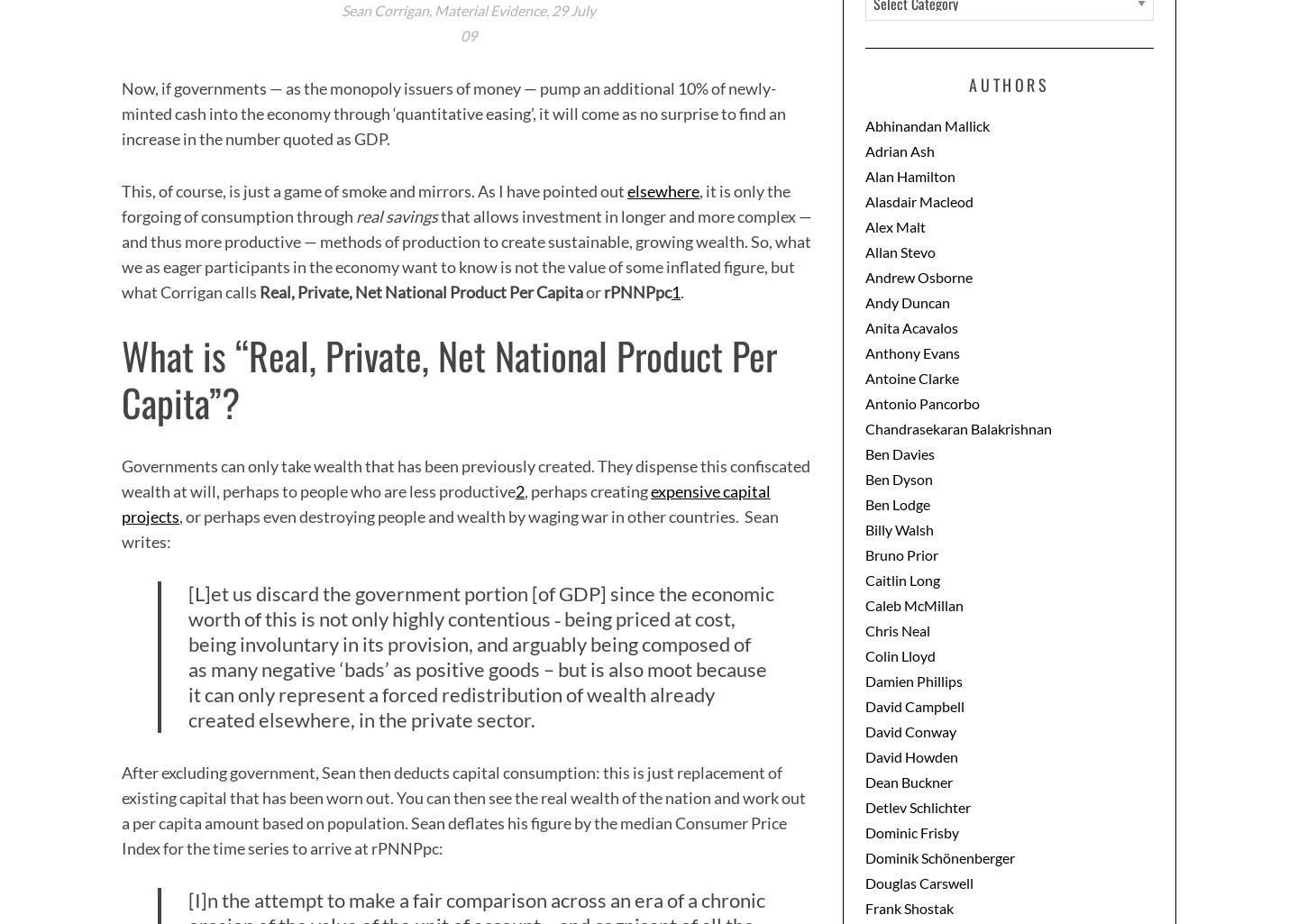  What do you see at coordinates (445, 502) in the screenshot?
I see `'expensive capital projects'` at bounding box center [445, 502].